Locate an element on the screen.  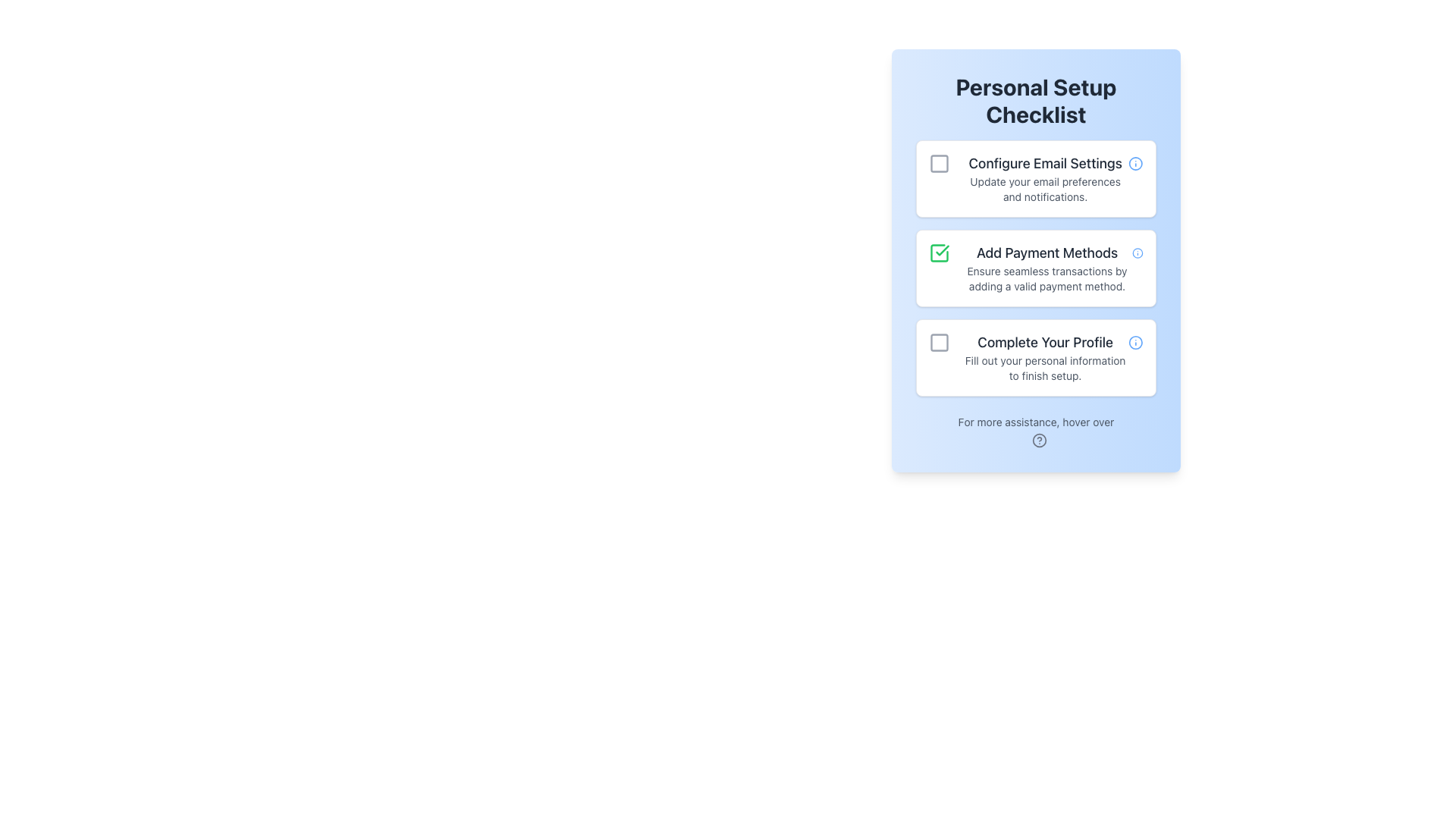
the small, square-shaped icon with rounded corners located in the 'Complete Your Profile' section of the setup checklist is located at coordinates (938, 342).